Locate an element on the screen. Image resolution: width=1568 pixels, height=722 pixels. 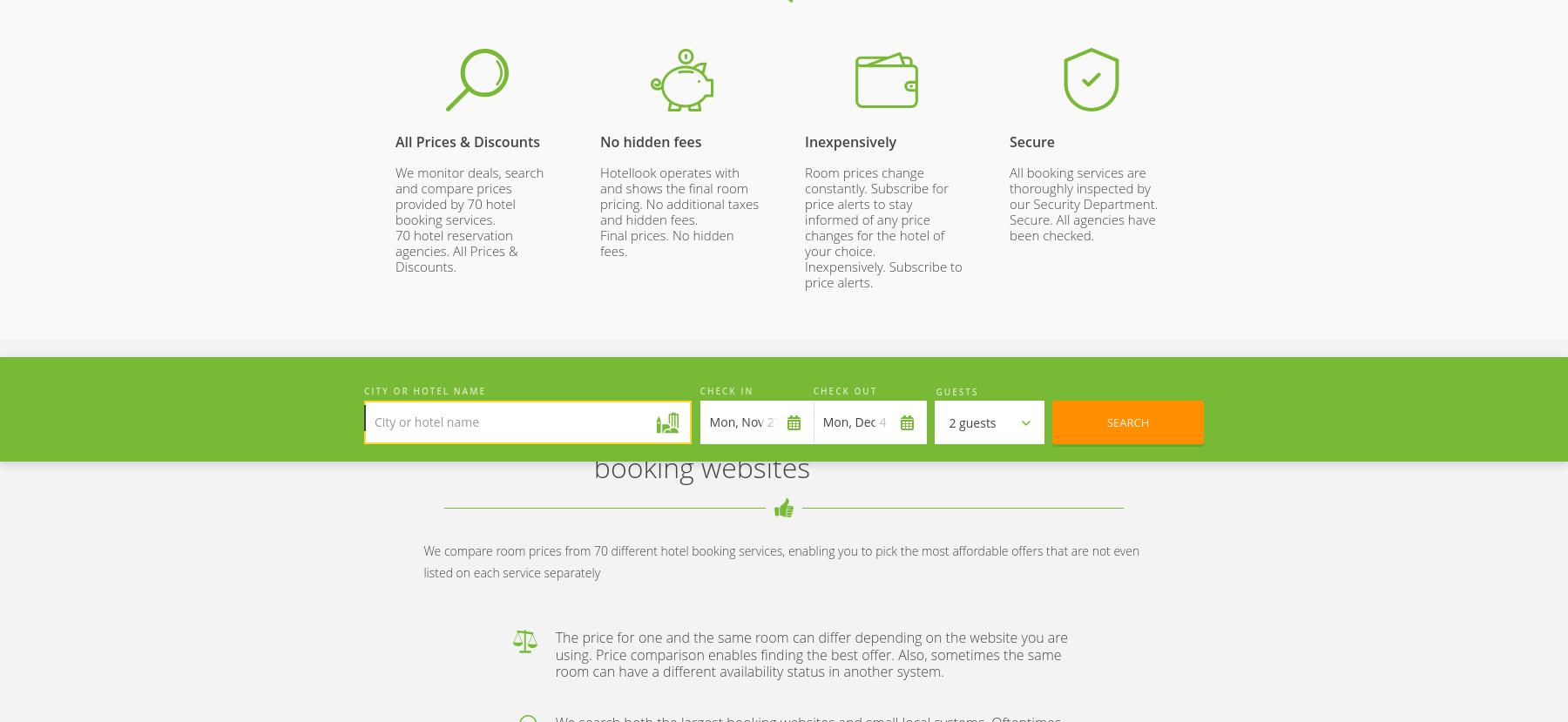
'support@hotellook.com' is located at coordinates (1034, 344).